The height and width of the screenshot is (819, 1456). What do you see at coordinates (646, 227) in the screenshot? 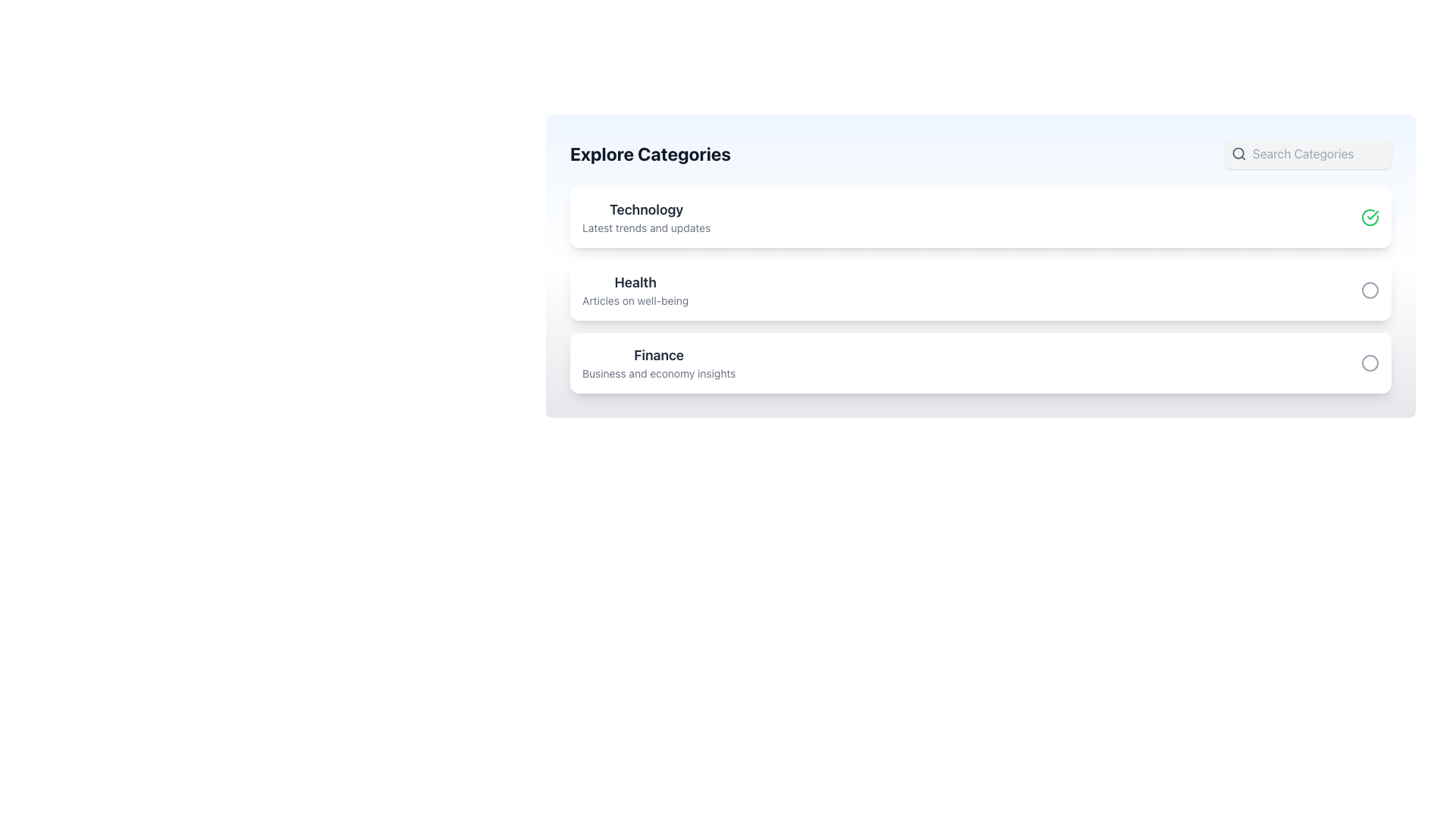
I see `text displayed in the text field showing 'Latest trends and updates', which is positioned below the 'Technology' header` at bounding box center [646, 227].